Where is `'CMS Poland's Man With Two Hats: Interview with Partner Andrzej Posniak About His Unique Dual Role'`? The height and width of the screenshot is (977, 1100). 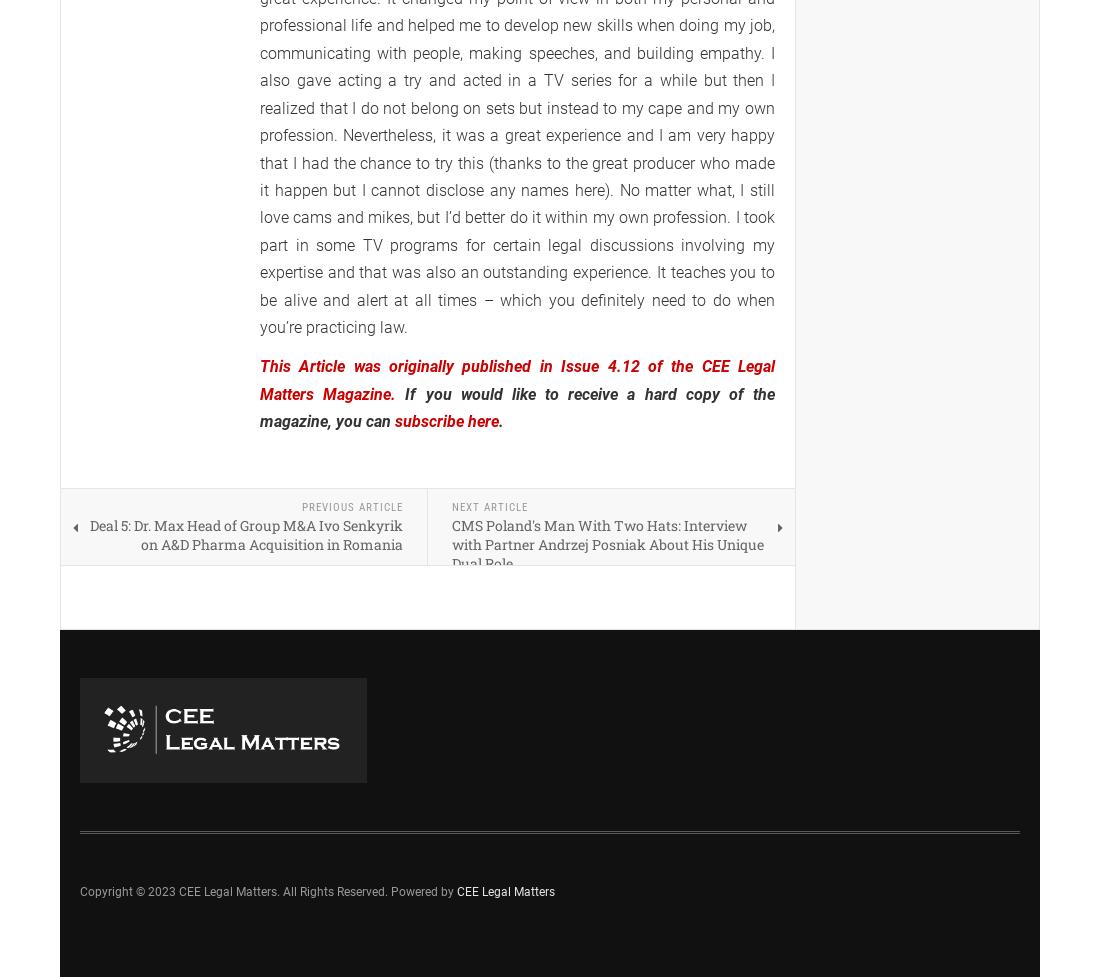 'CMS Poland's Man With Two Hats: Interview with Partner Andrzej Posniak About His Unique Dual Role' is located at coordinates (606, 542).